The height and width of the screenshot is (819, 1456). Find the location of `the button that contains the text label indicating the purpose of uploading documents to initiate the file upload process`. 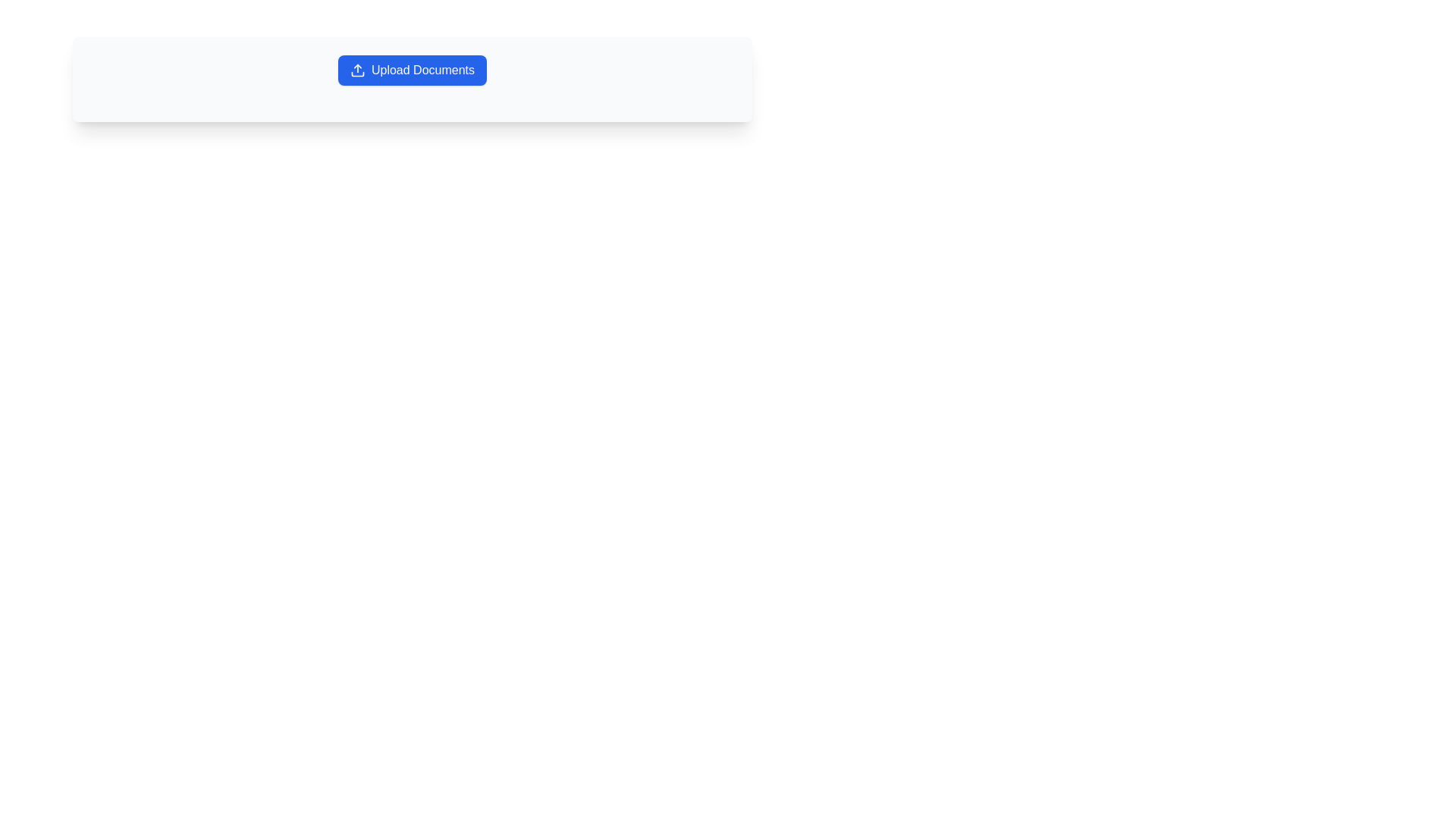

the button that contains the text label indicating the purpose of uploading documents to initiate the file upload process is located at coordinates (422, 70).